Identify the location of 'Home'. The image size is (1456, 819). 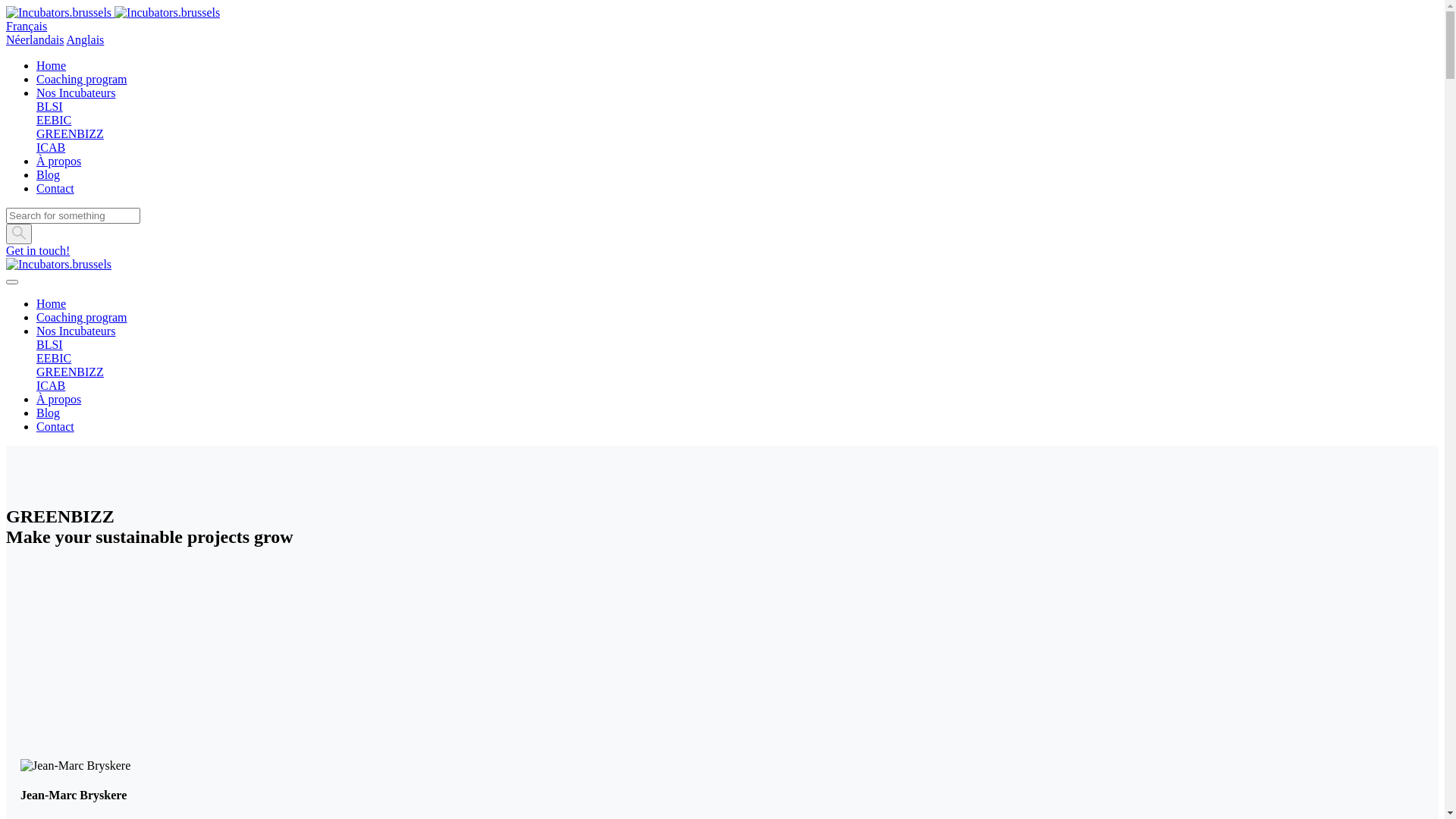
(51, 303).